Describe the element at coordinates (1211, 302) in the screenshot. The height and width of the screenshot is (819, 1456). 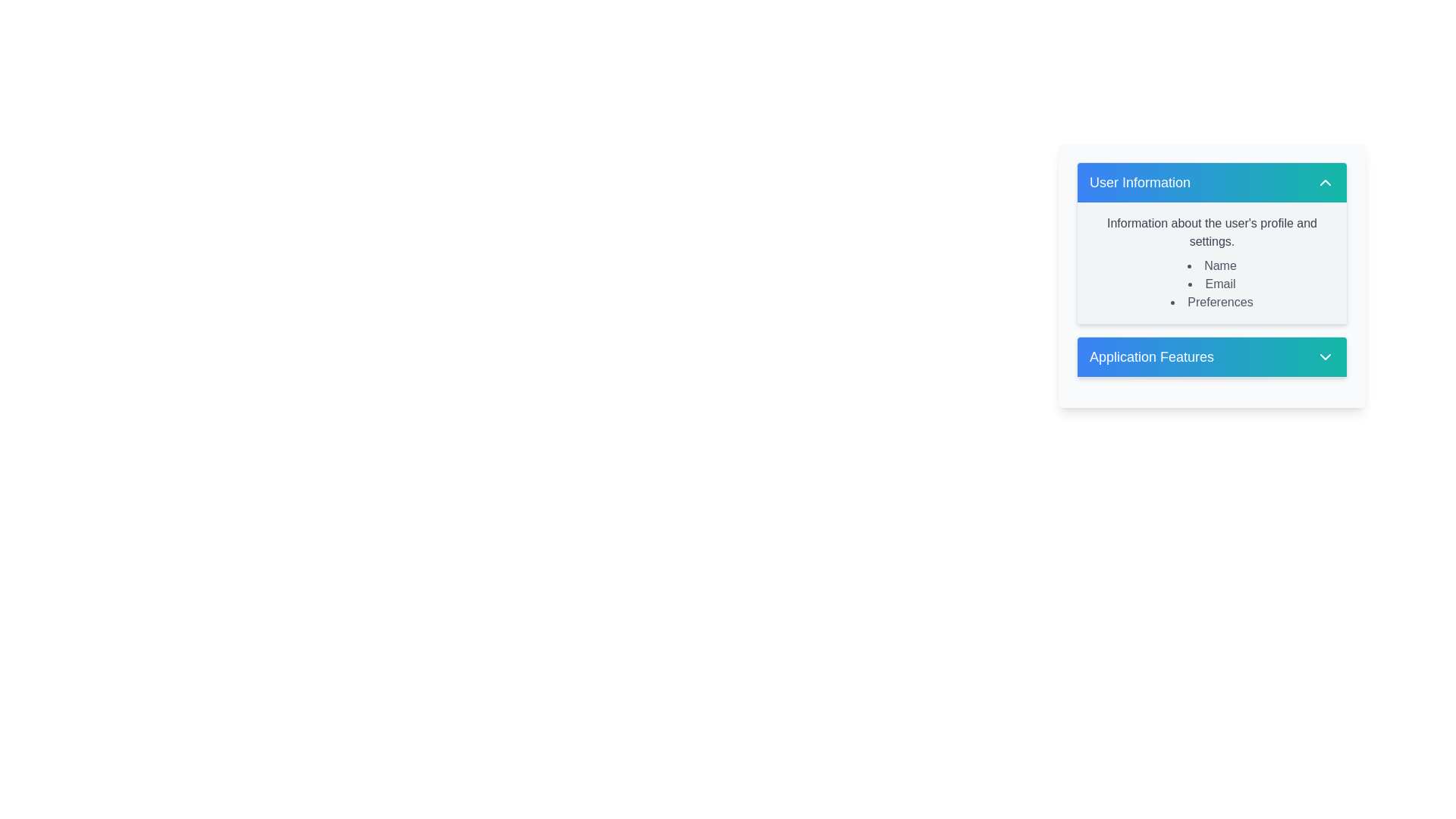
I see `the 'Preferences' text label, which is the last item in the vertical list under the 'User Information' section, displayed in light gray font` at that location.